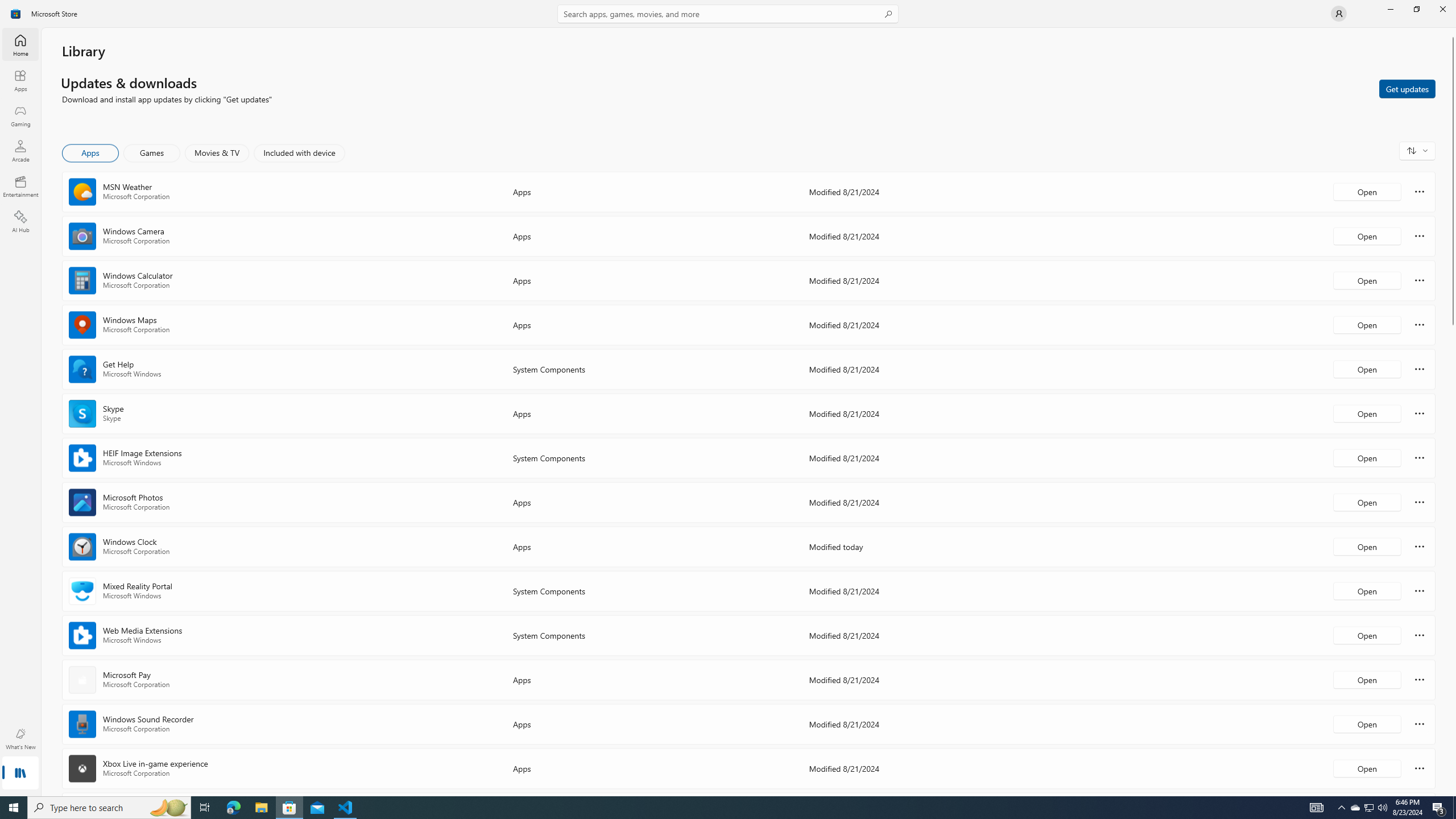 This screenshot has width=1456, height=819. Describe the element at coordinates (1451, 412) in the screenshot. I see `'Vertical'` at that location.